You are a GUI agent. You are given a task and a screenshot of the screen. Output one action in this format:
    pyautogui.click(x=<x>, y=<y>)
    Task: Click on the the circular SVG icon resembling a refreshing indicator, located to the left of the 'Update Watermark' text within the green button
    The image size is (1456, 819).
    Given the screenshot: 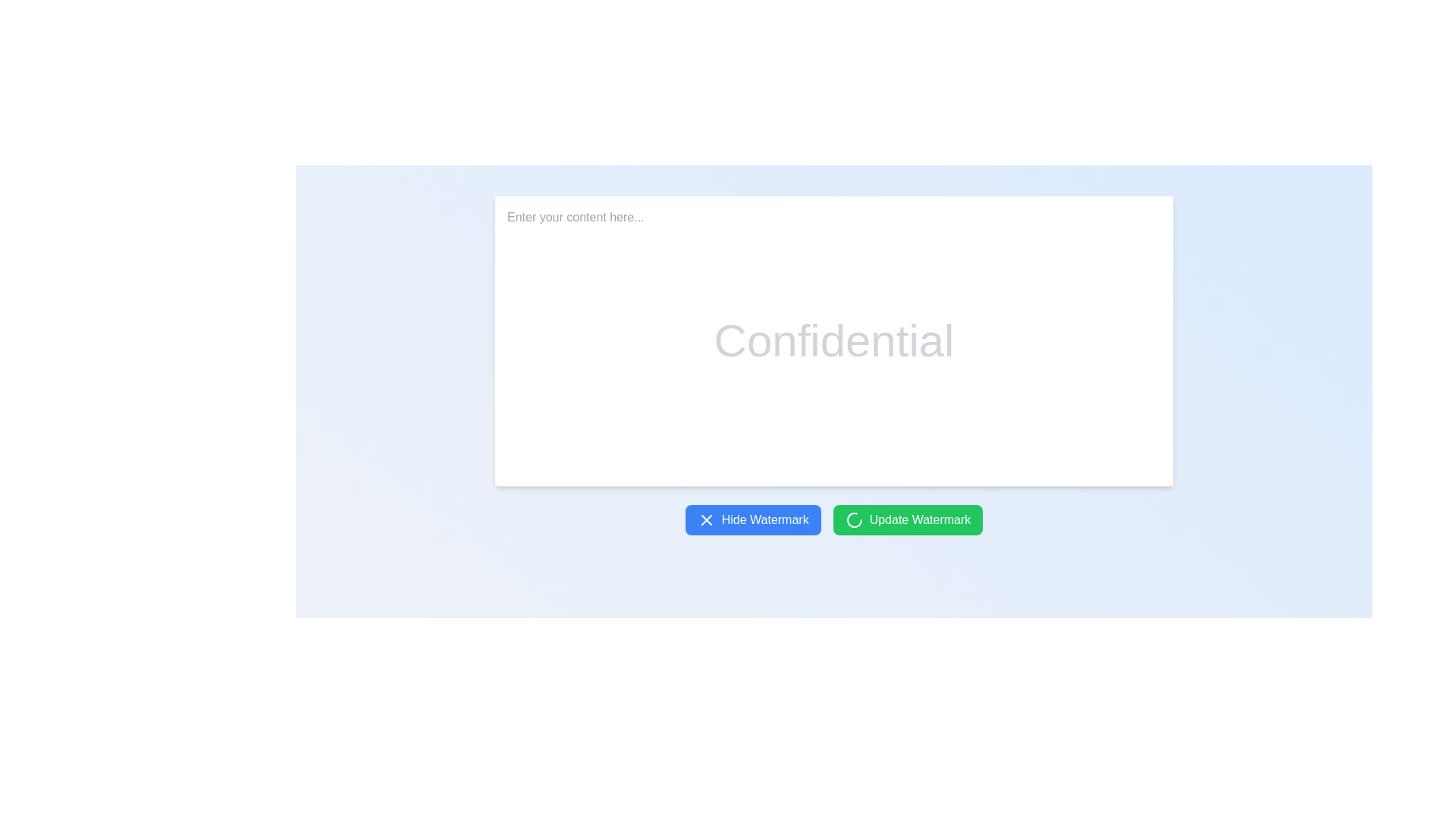 What is the action you would take?
    pyautogui.click(x=854, y=519)
    